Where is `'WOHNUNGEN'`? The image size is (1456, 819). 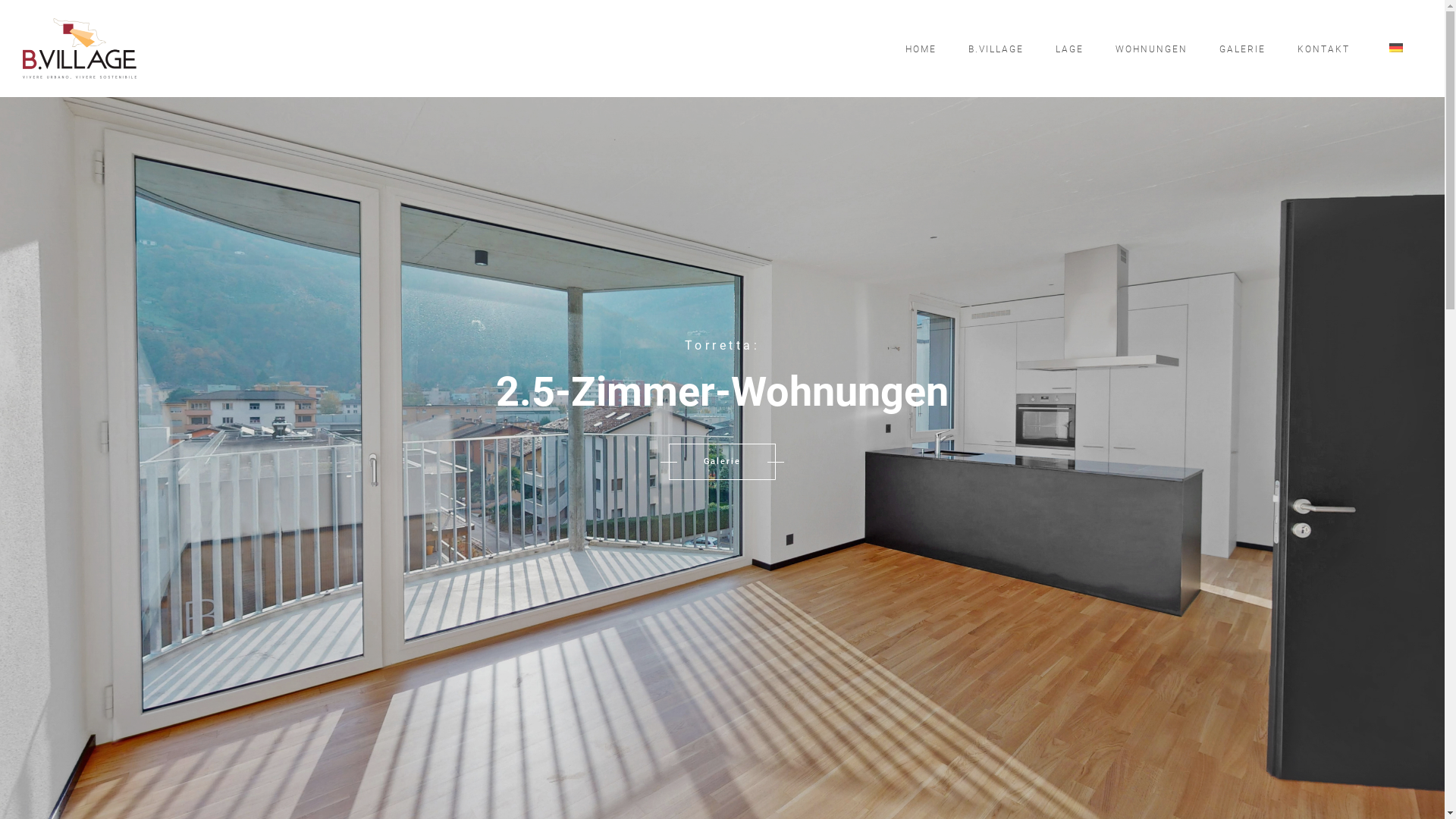
'WOHNUNGEN' is located at coordinates (1151, 49).